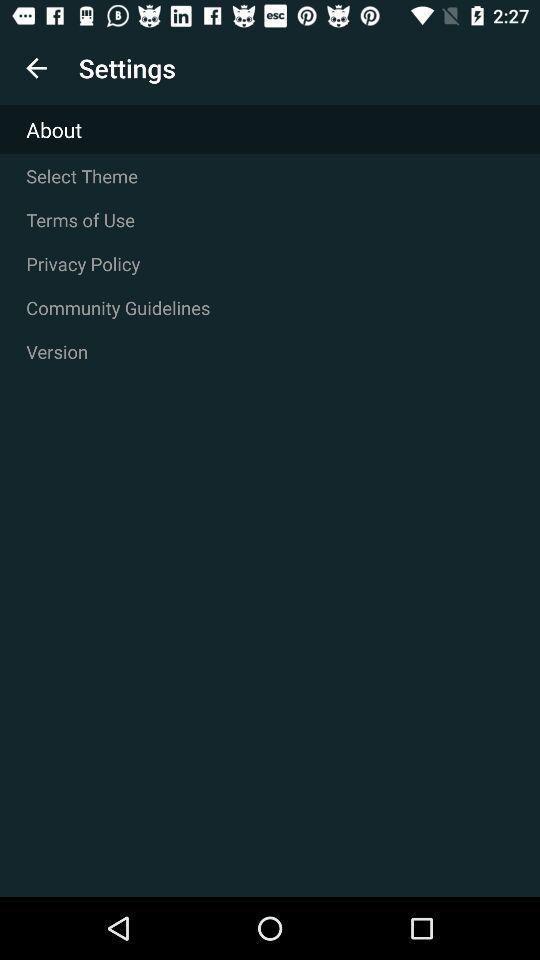  I want to click on the icon below the terms of use, so click(270, 263).